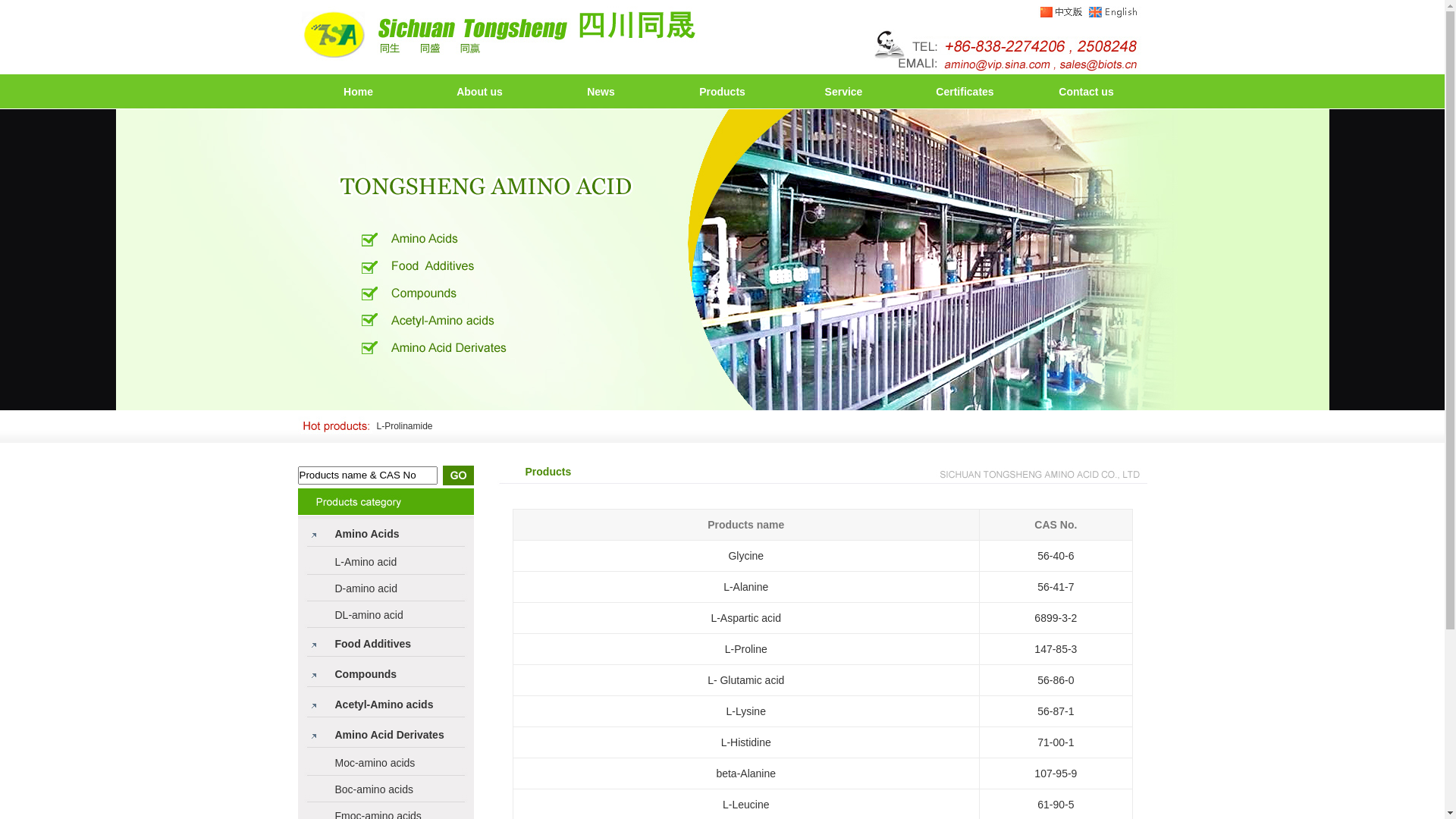 The width and height of the screenshot is (1456, 819). I want to click on 'Acetyl-Amino acids', so click(384, 704).